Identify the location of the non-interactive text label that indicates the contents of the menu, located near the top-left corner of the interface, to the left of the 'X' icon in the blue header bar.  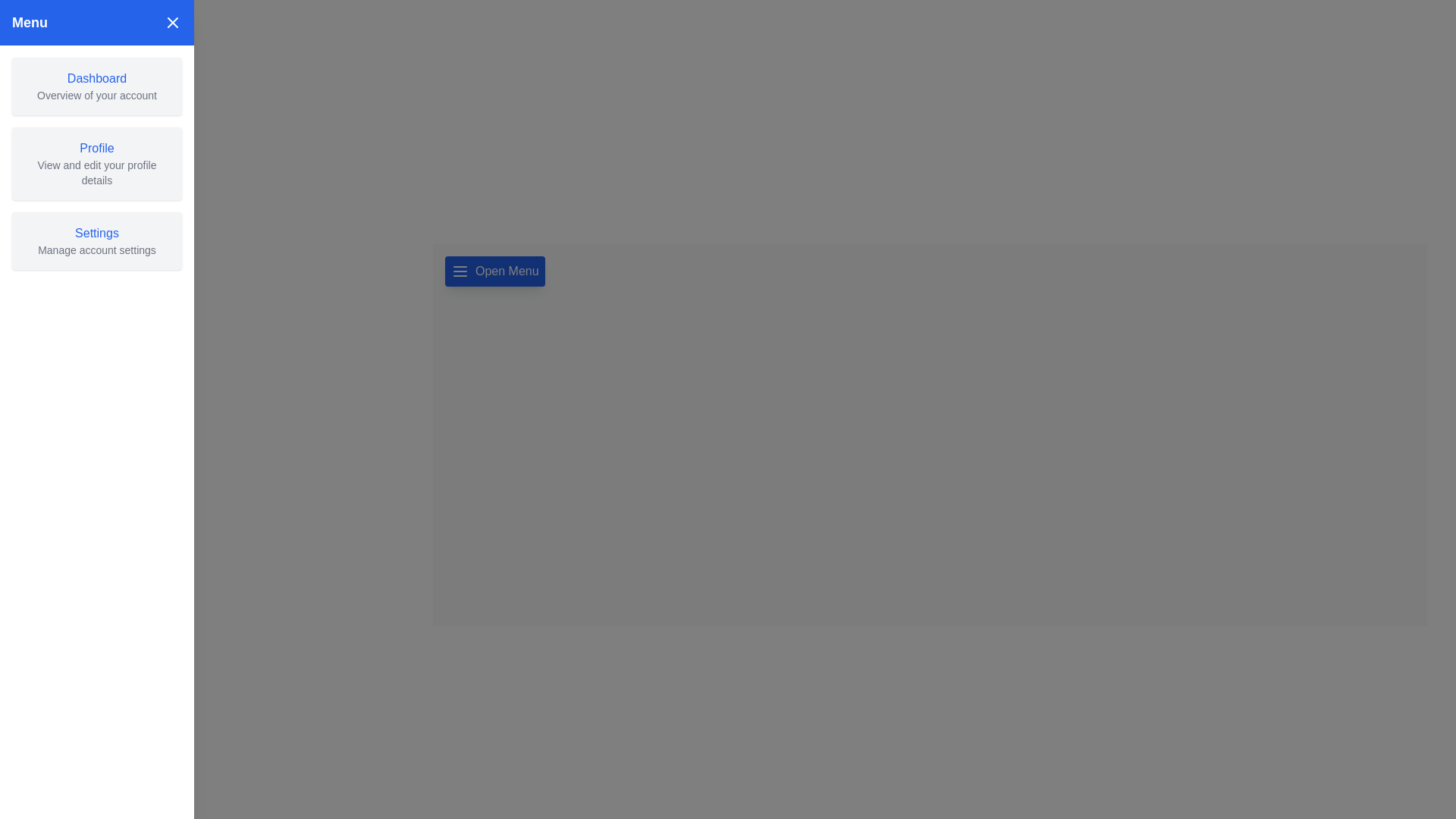
(30, 23).